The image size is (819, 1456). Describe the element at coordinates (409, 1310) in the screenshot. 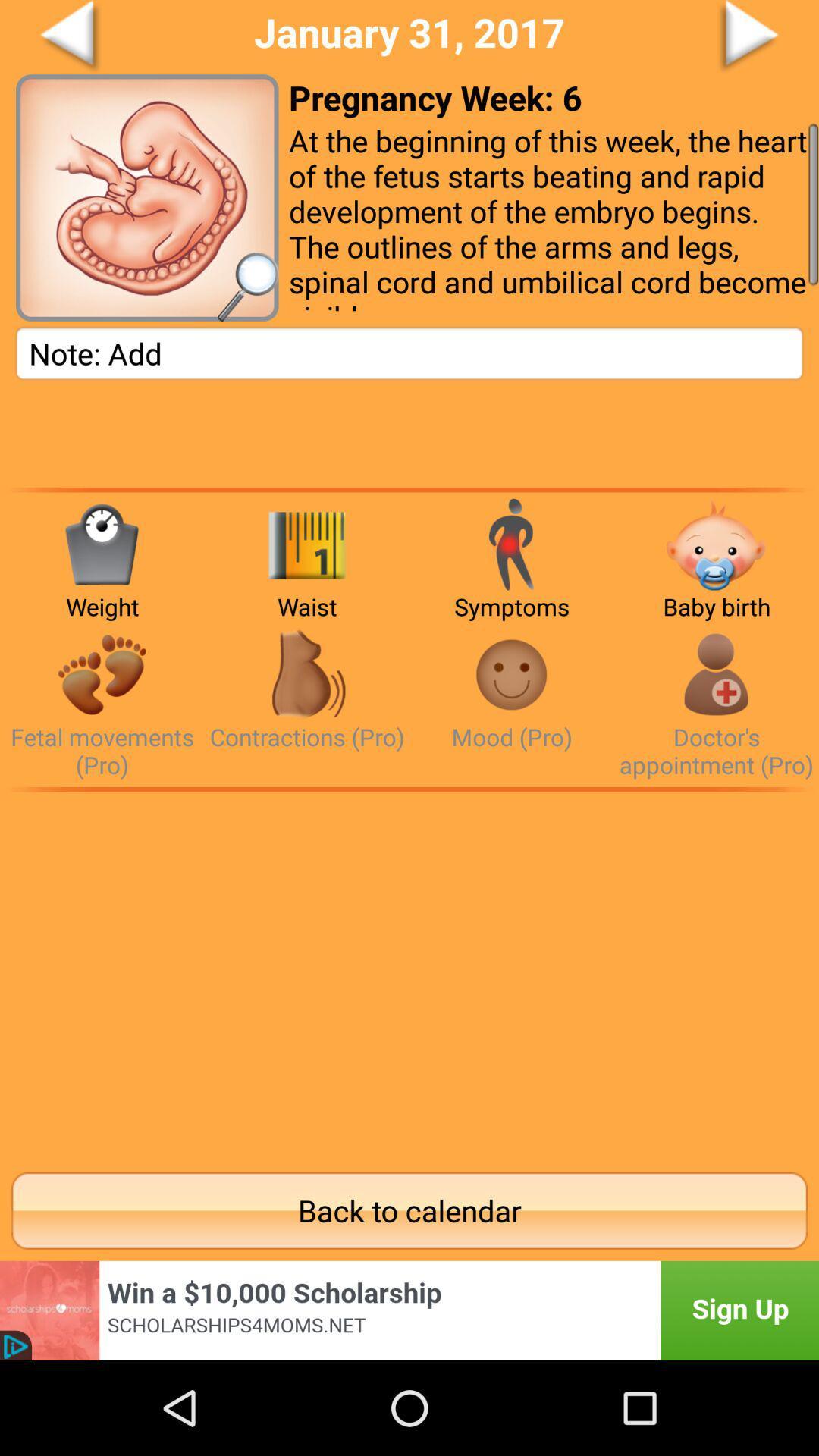

I see `advertisement` at that location.